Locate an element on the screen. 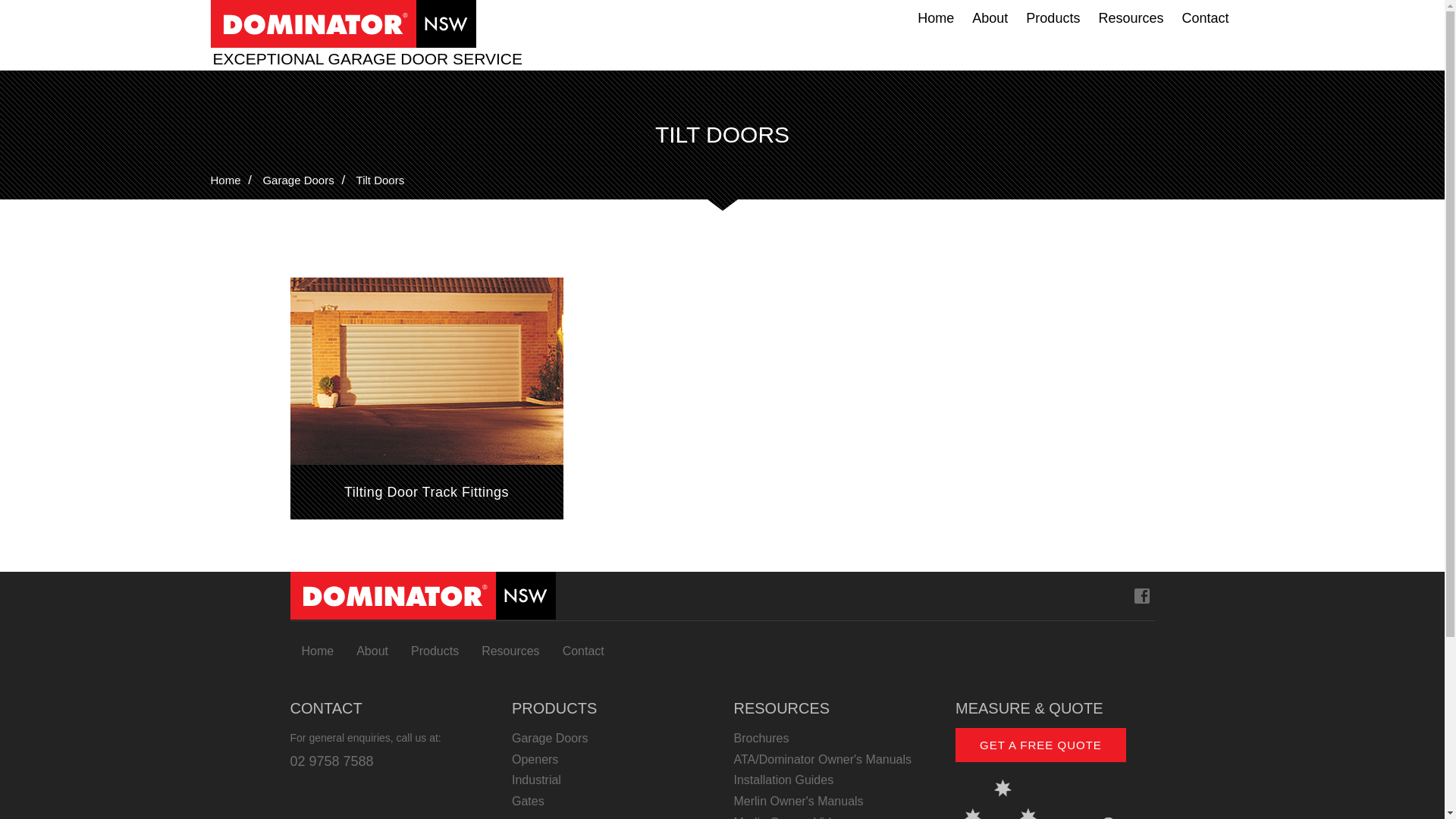 This screenshot has height=819, width=1456. 'Tilting Door Track Fittings' is located at coordinates (290, 397).